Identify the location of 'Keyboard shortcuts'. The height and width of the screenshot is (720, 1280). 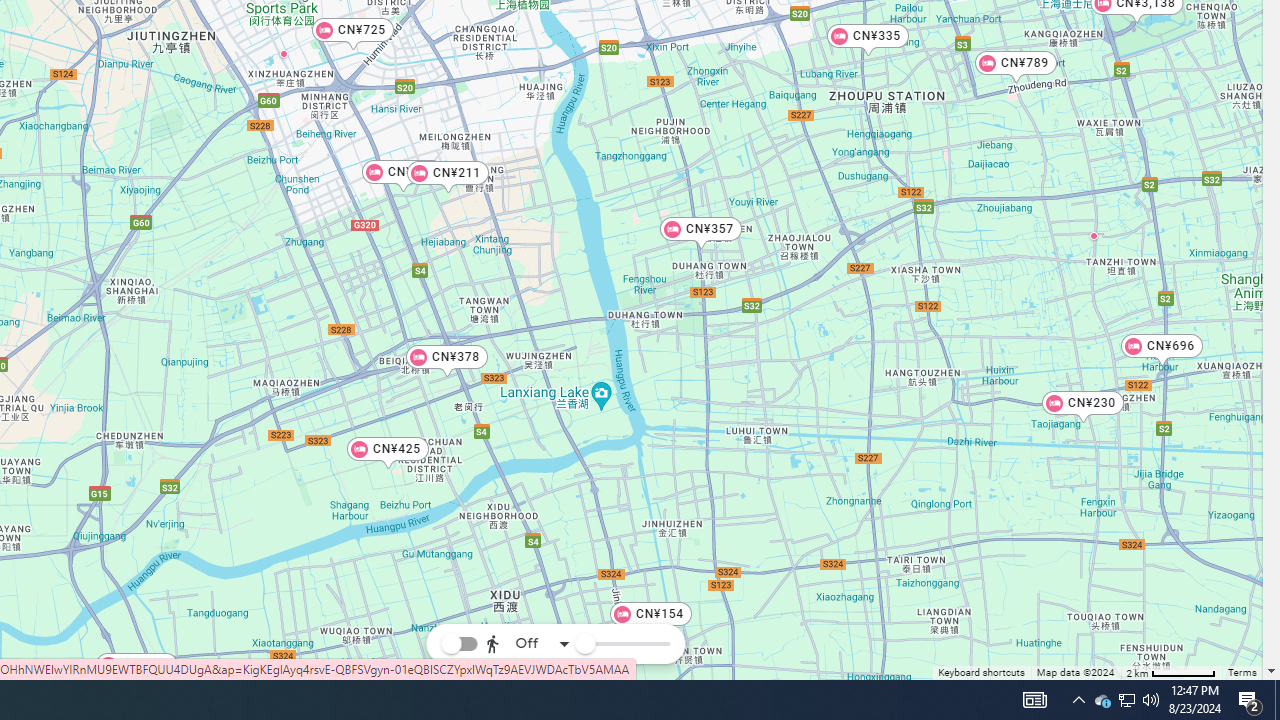
(981, 673).